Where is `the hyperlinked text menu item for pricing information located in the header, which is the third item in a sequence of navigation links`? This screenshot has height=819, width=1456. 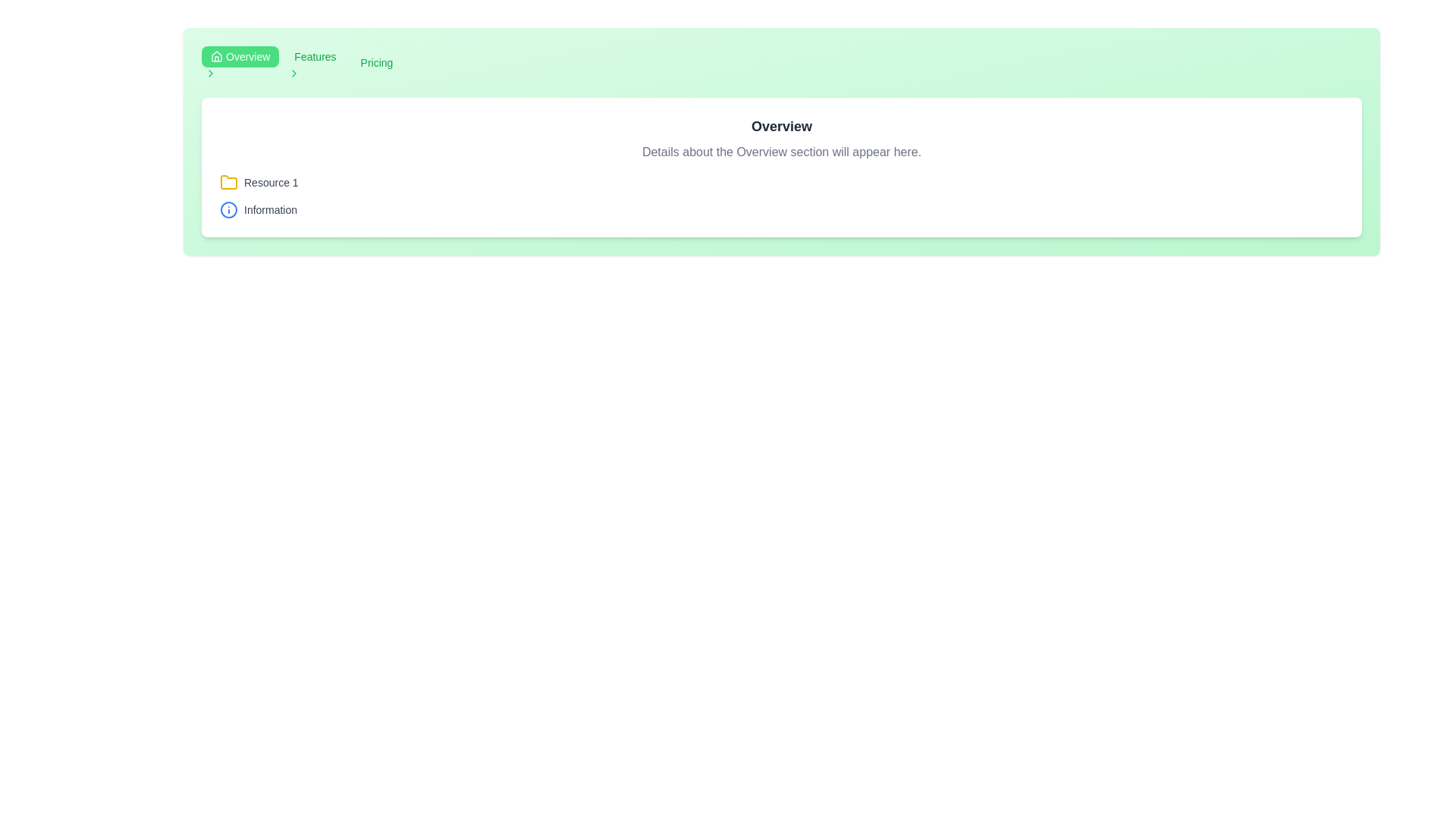 the hyperlinked text menu item for pricing information located in the header, which is the third item in a sequence of navigation links is located at coordinates (377, 62).